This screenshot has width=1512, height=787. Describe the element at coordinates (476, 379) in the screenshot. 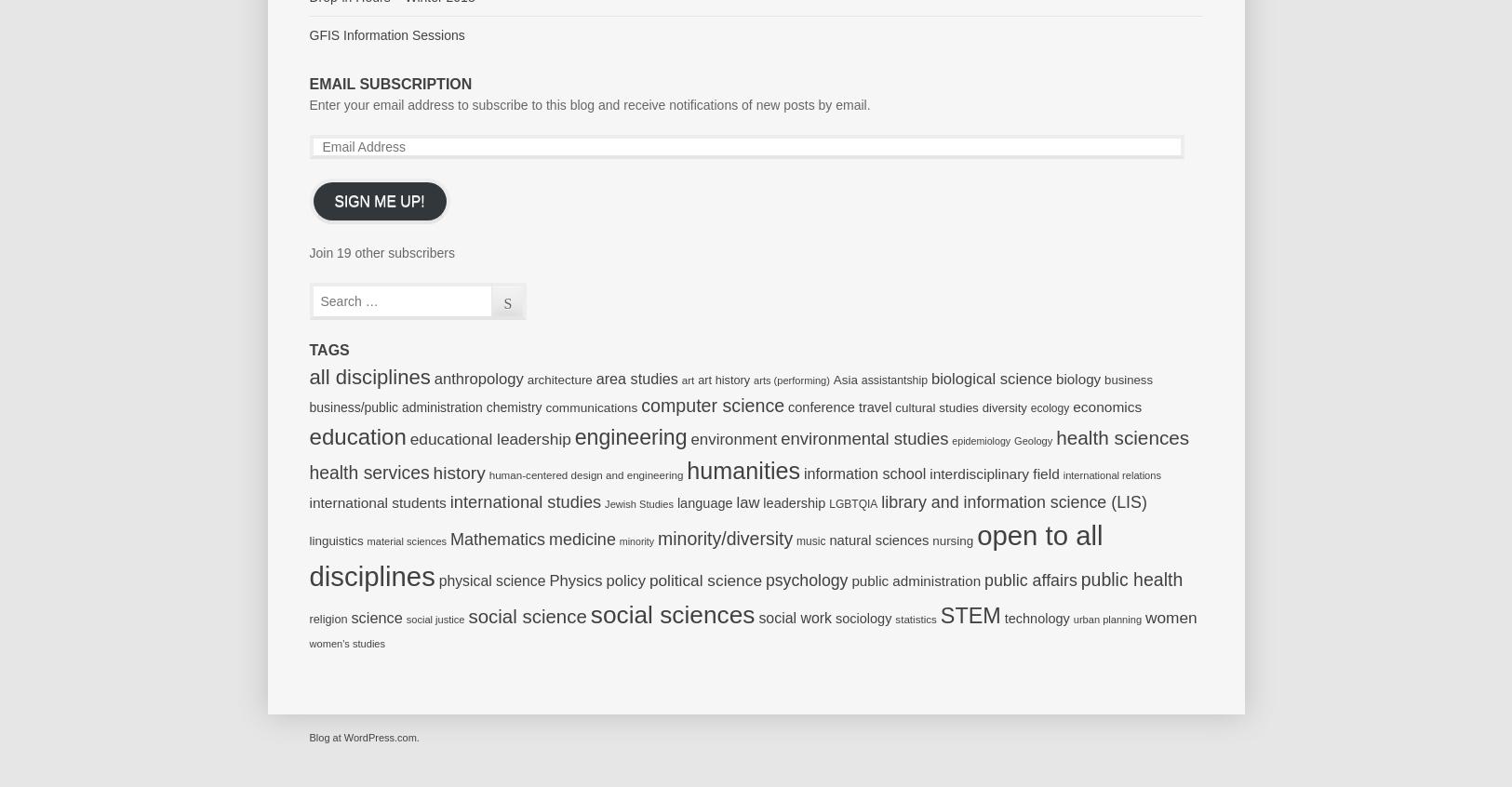

I see `'anthropology'` at that location.